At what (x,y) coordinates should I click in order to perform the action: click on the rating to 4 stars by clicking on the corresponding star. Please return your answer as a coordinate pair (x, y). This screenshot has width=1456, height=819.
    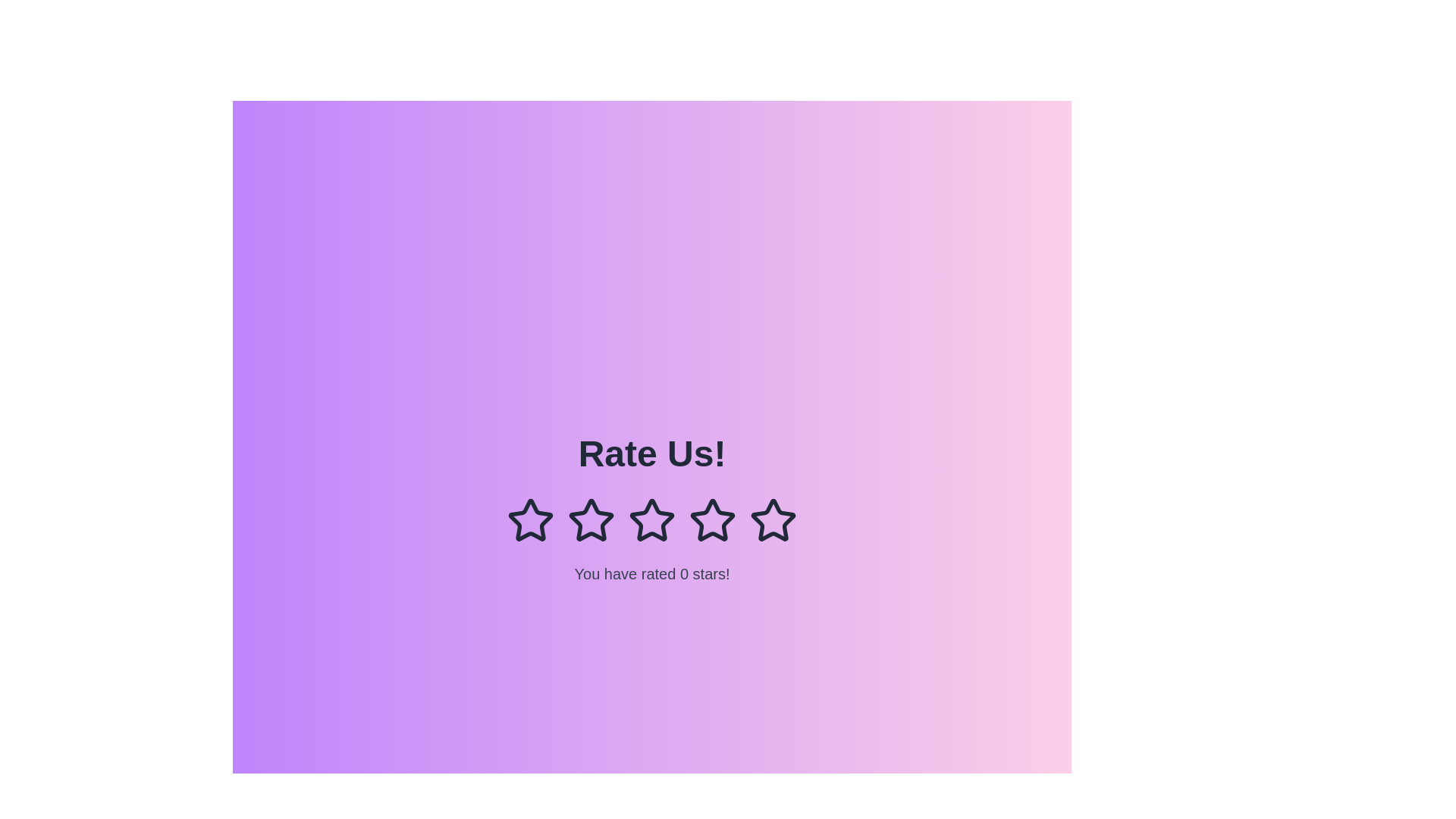
    Looking at the image, I should click on (712, 519).